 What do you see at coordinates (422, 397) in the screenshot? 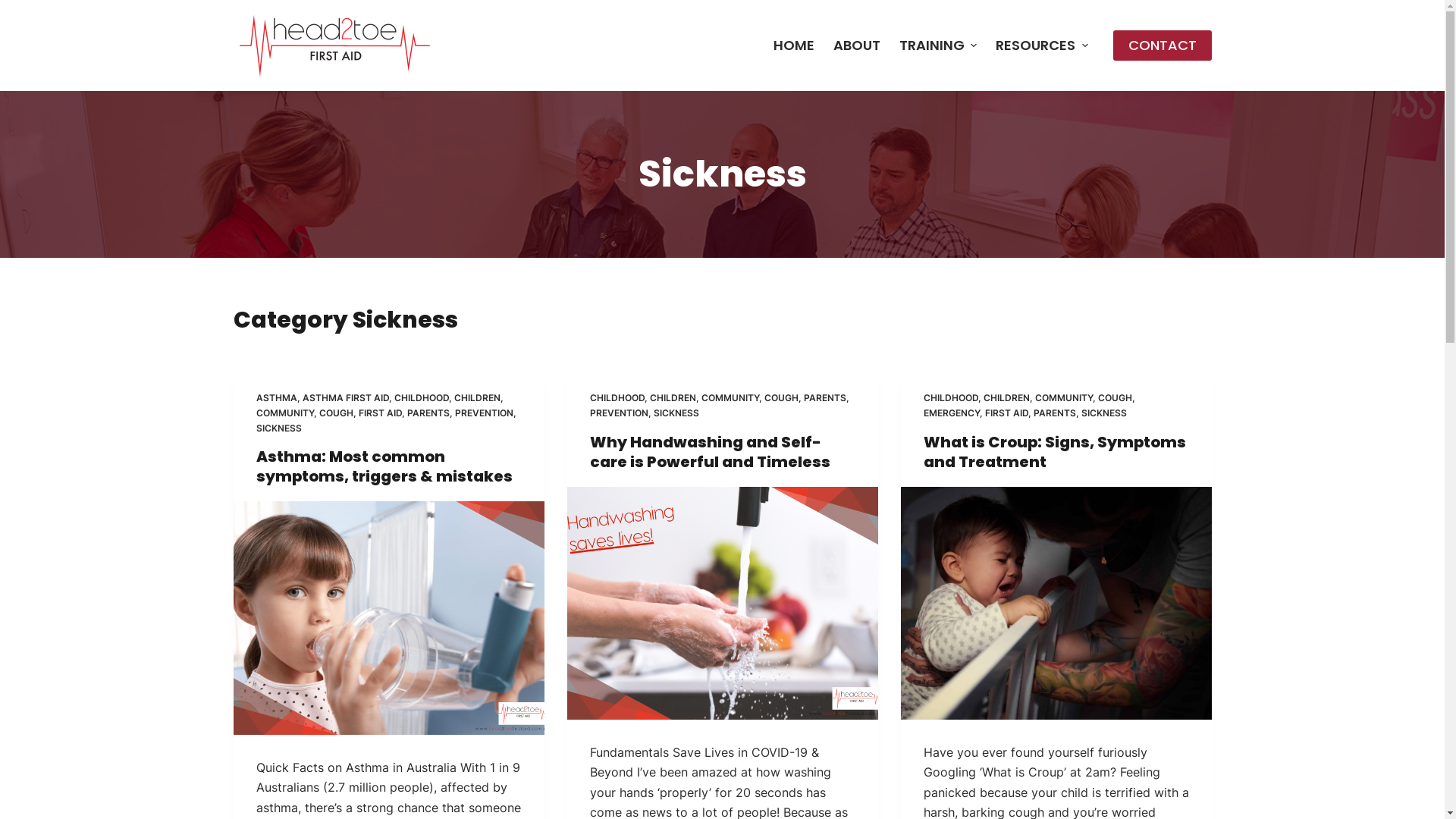
I see `'CHILDHOOD'` at bounding box center [422, 397].